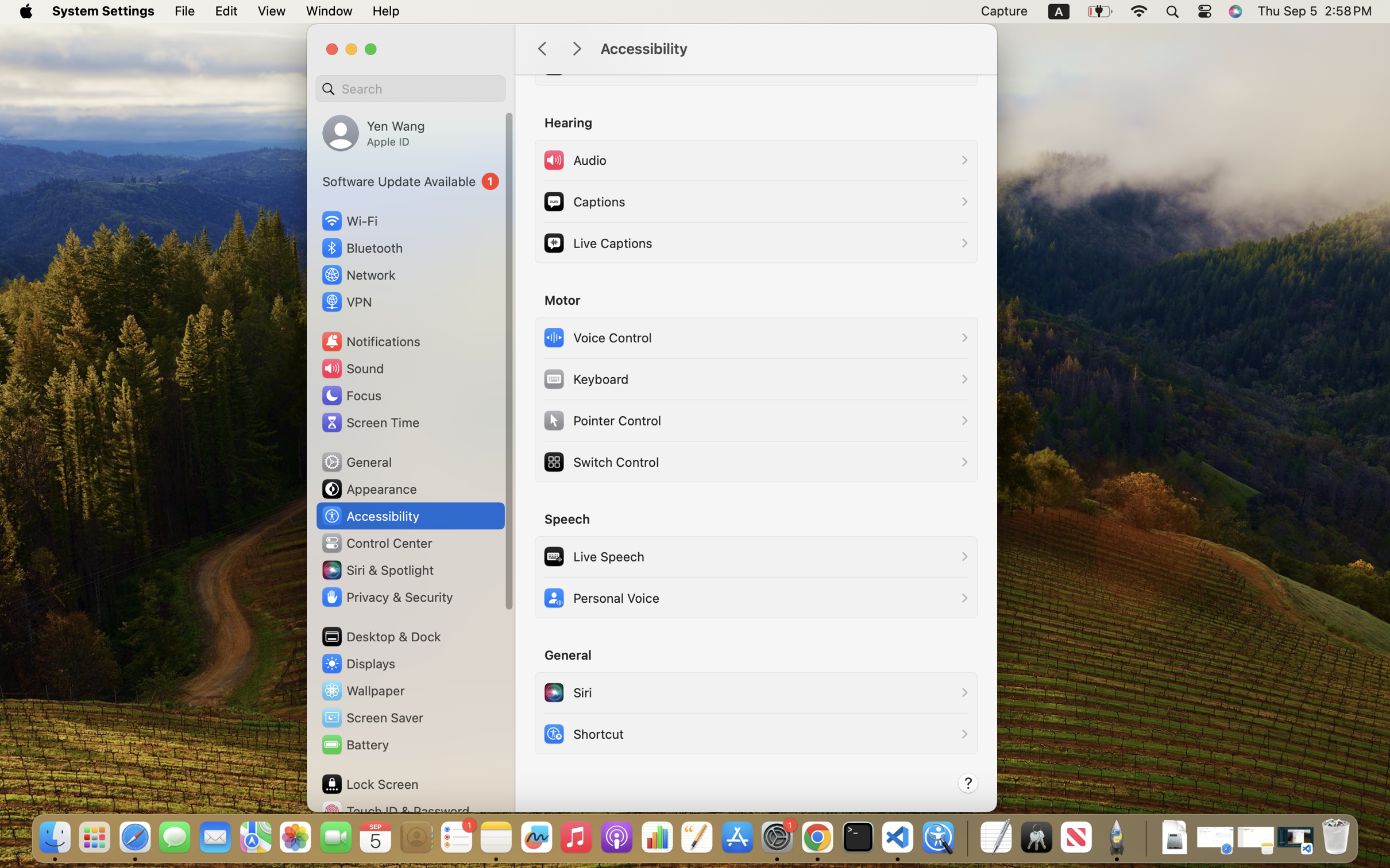 The width and height of the screenshot is (1390, 868). What do you see at coordinates (361, 247) in the screenshot?
I see `'Bluetooth'` at bounding box center [361, 247].